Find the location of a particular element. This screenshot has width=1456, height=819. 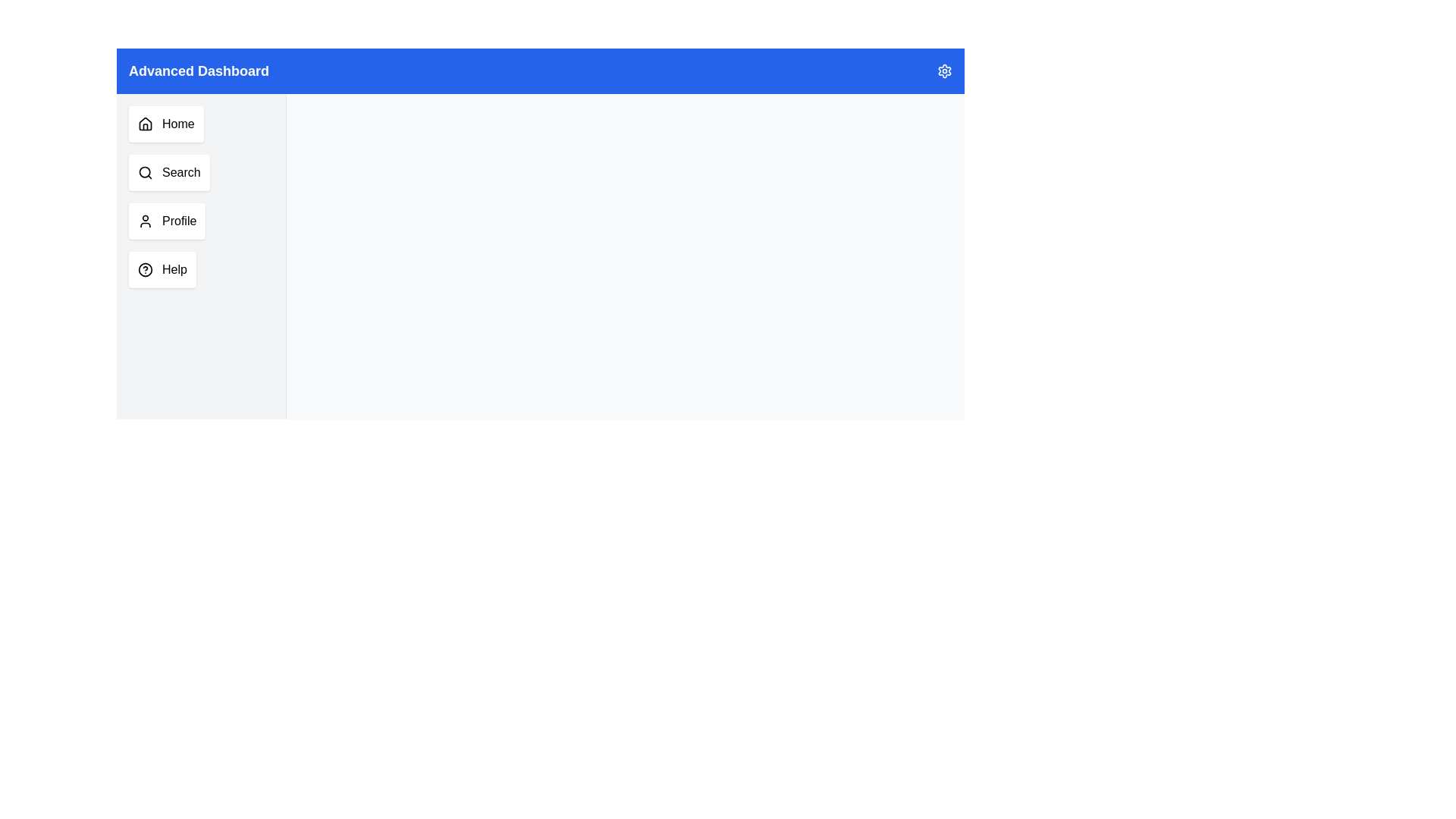

the 'Profile' text label located in the third position of the vertical sidebar button group, which indicates navigation to the user's profile section is located at coordinates (179, 221).